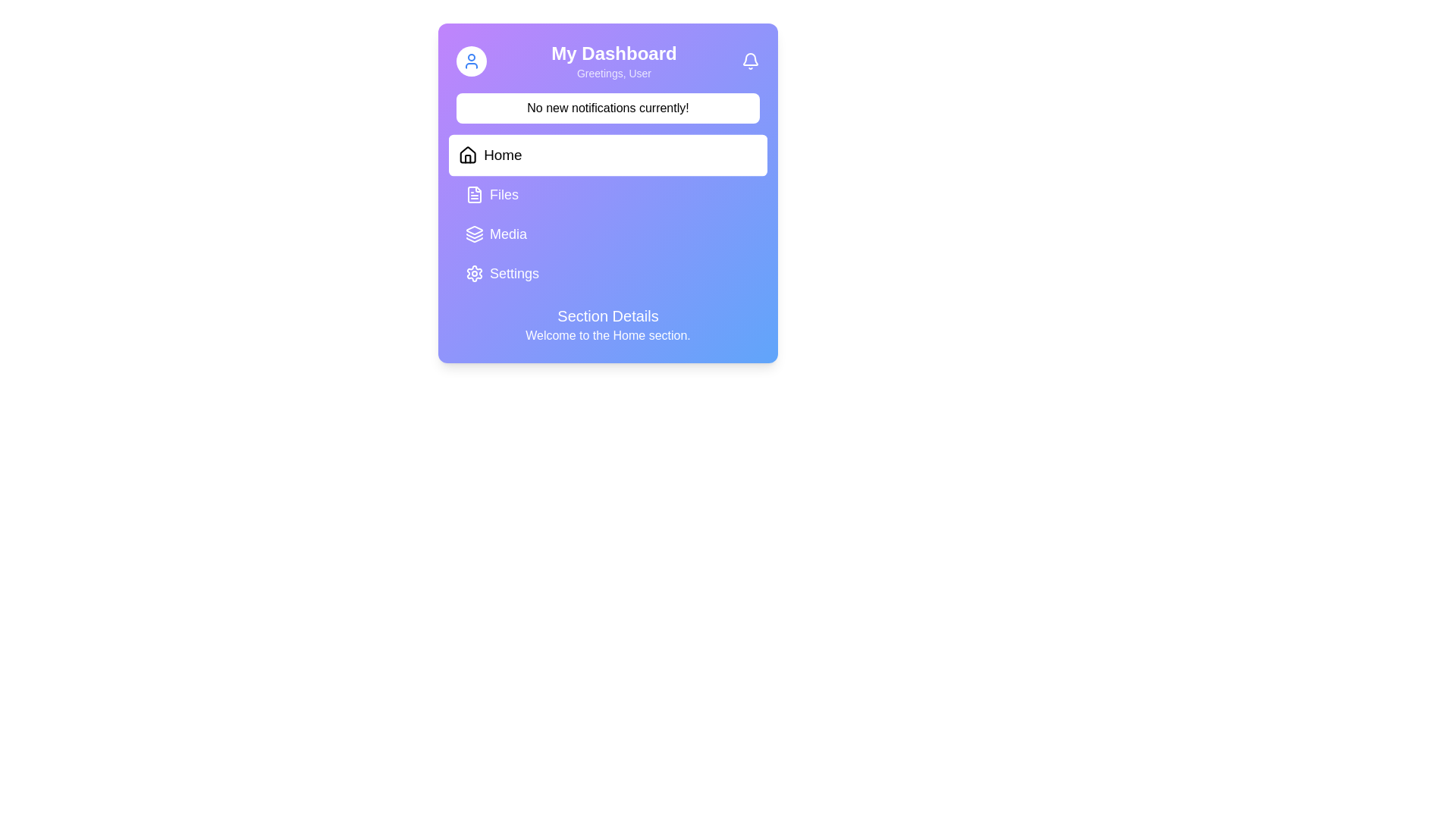 The image size is (1456, 819). Describe the element at coordinates (473, 231) in the screenshot. I see `the decorative icon representing a 'layer' concept located in the top-right quadrant of the interface within a sidebar-like structure` at that location.